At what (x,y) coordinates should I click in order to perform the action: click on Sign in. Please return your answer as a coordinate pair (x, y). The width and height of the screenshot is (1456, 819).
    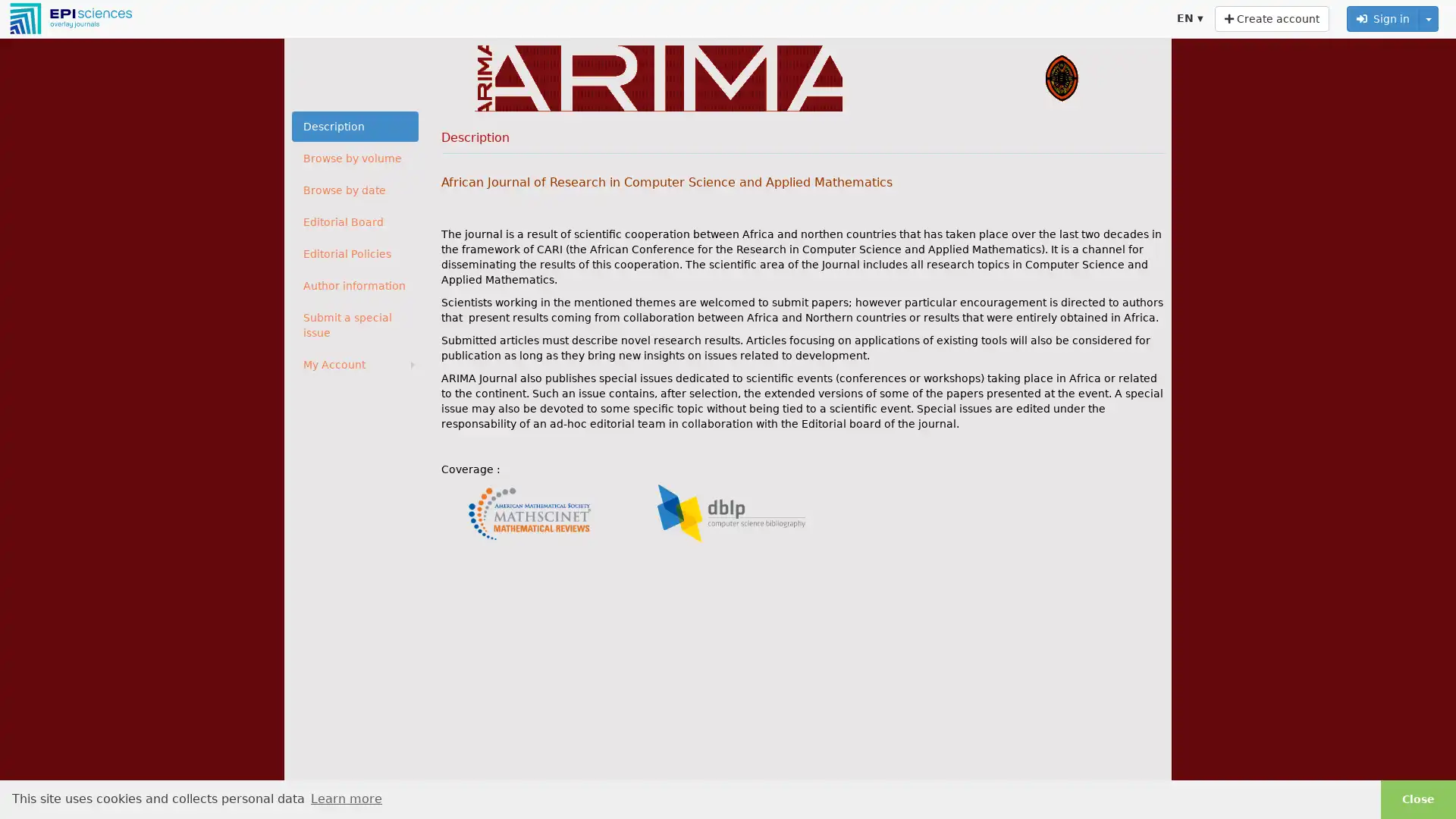
    Looking at the image, I should click on (1383, 18).